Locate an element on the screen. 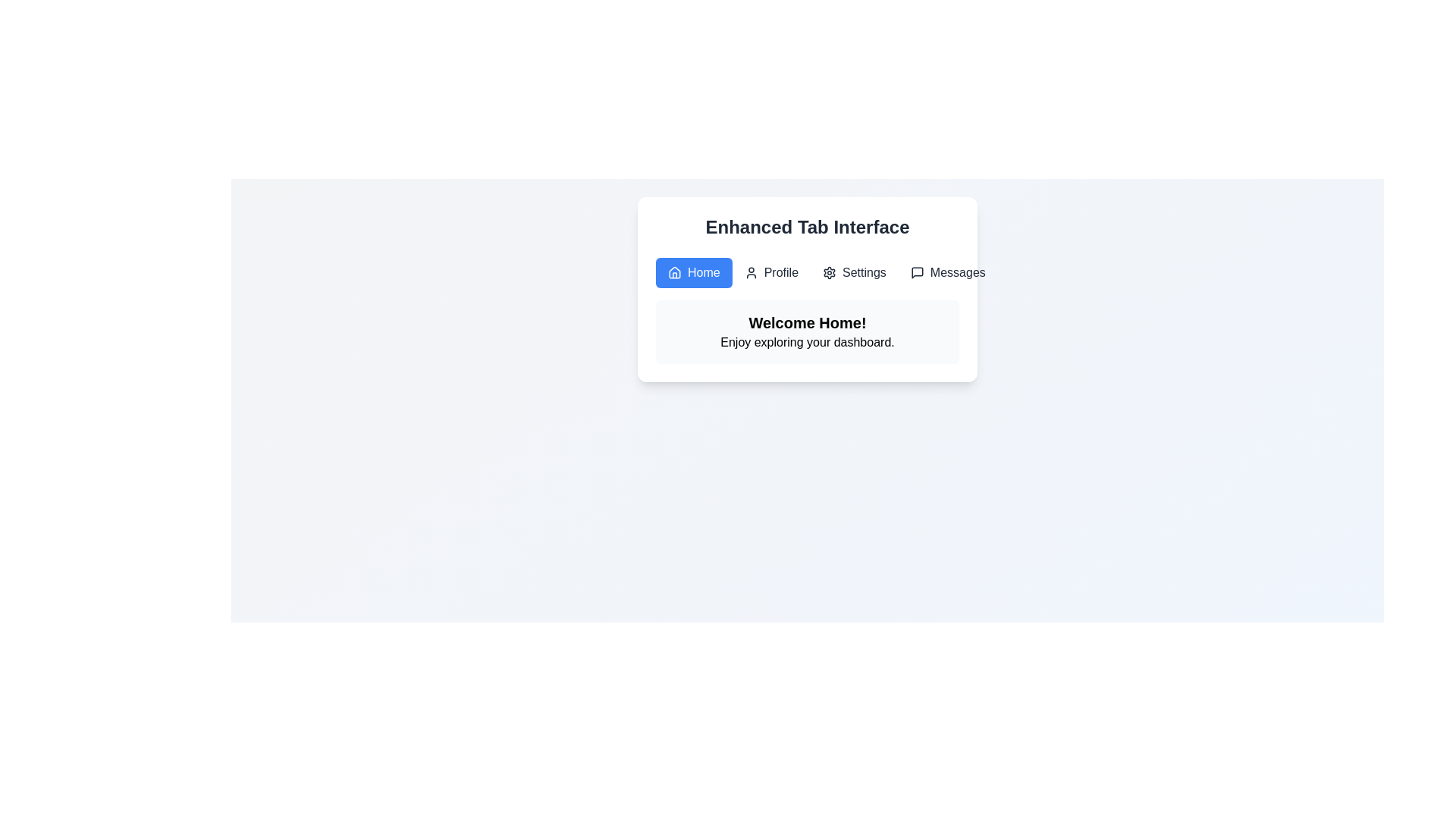 This screenshot has width=1456, height=819. the 'Messages' button in the navigation bar is located at coordinates (947, 271).